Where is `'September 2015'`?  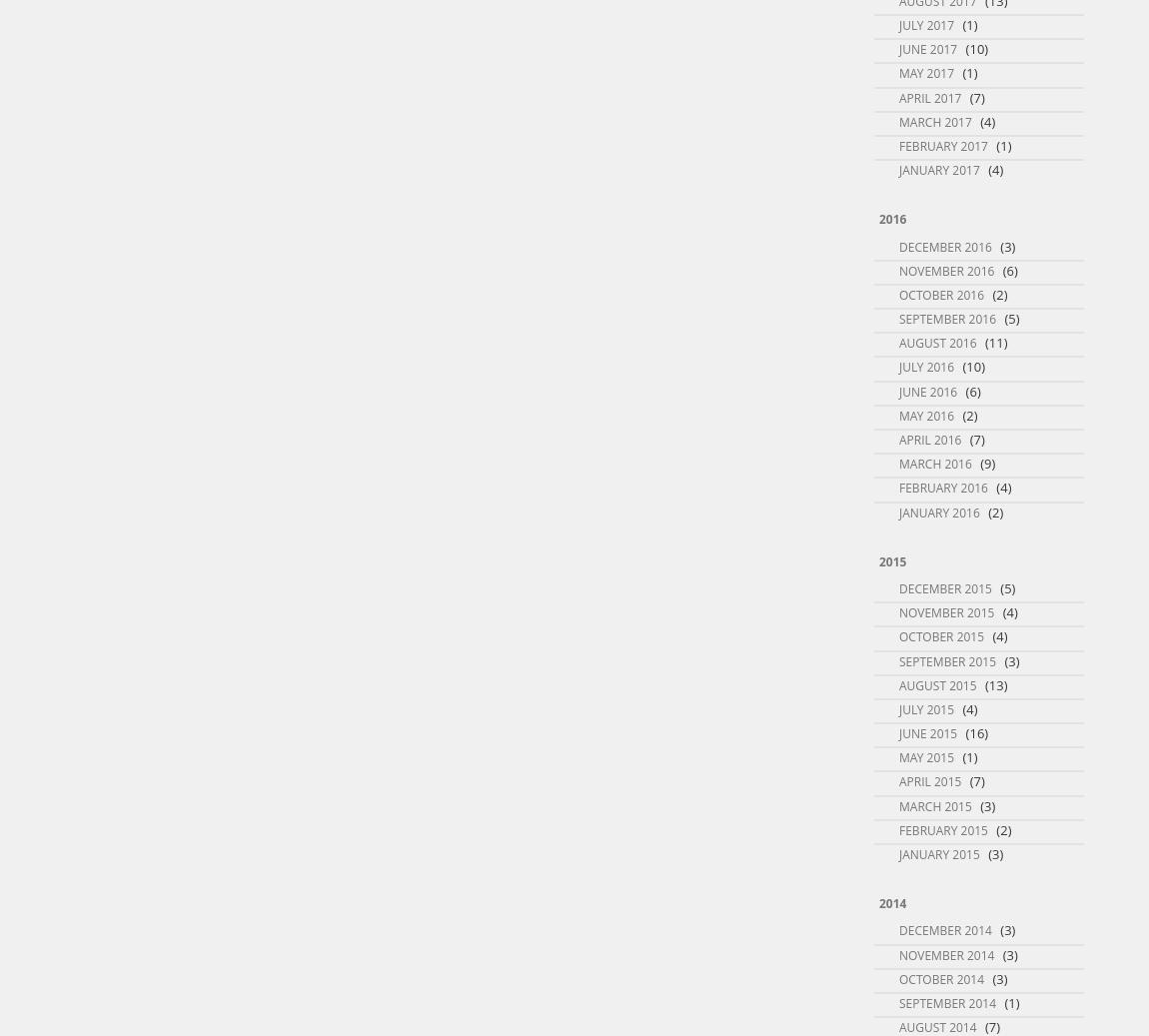 'September 2015' is located at coordinates (947, 660).